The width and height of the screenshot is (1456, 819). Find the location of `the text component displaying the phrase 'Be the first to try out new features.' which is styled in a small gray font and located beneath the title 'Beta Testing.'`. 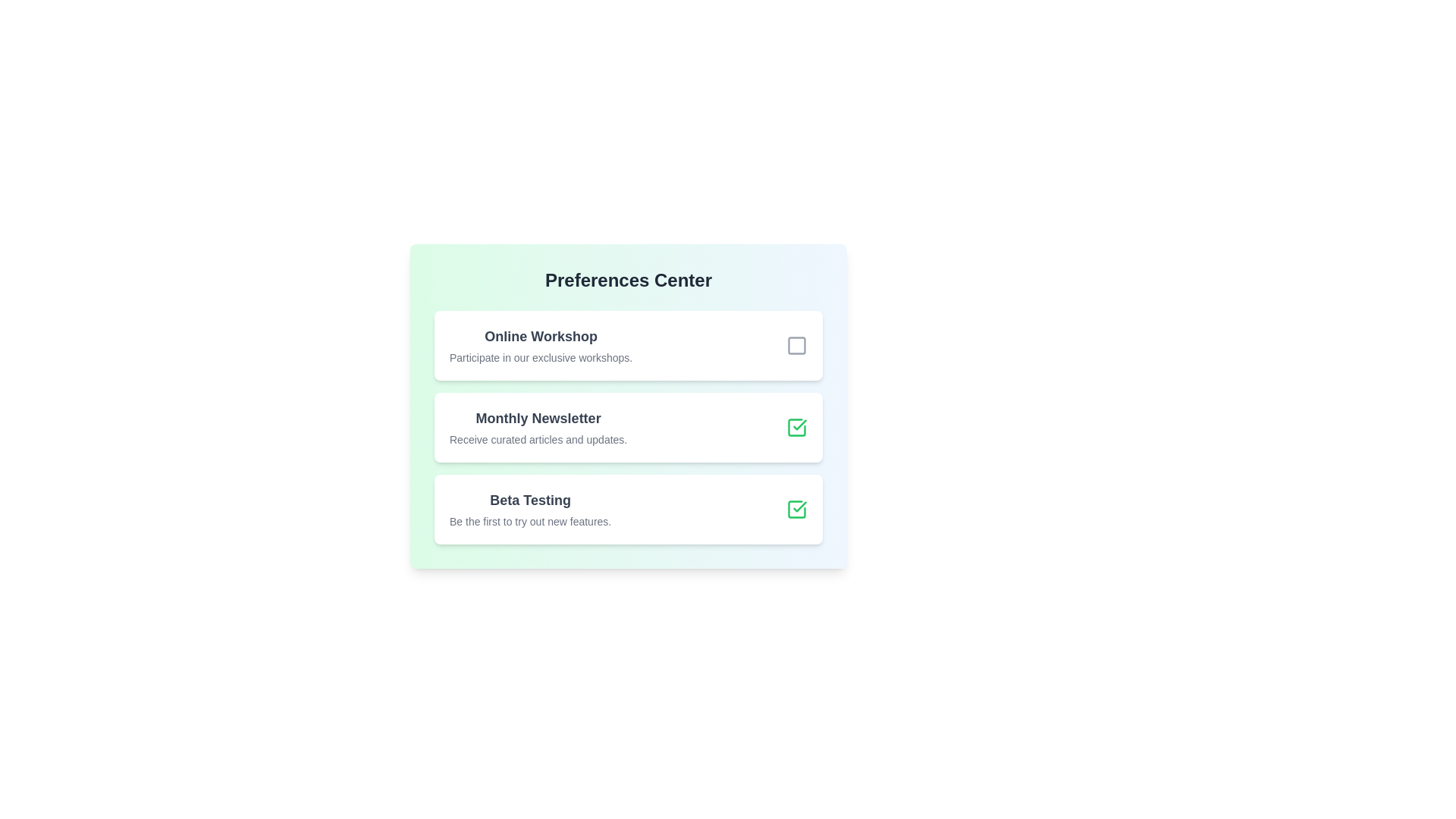

the text component displaying the phrase 'Be the first to try out new features.' which is styled in a small gray font and located beneath the title 'Beta Testing.' is located at coordinates (530, 520).